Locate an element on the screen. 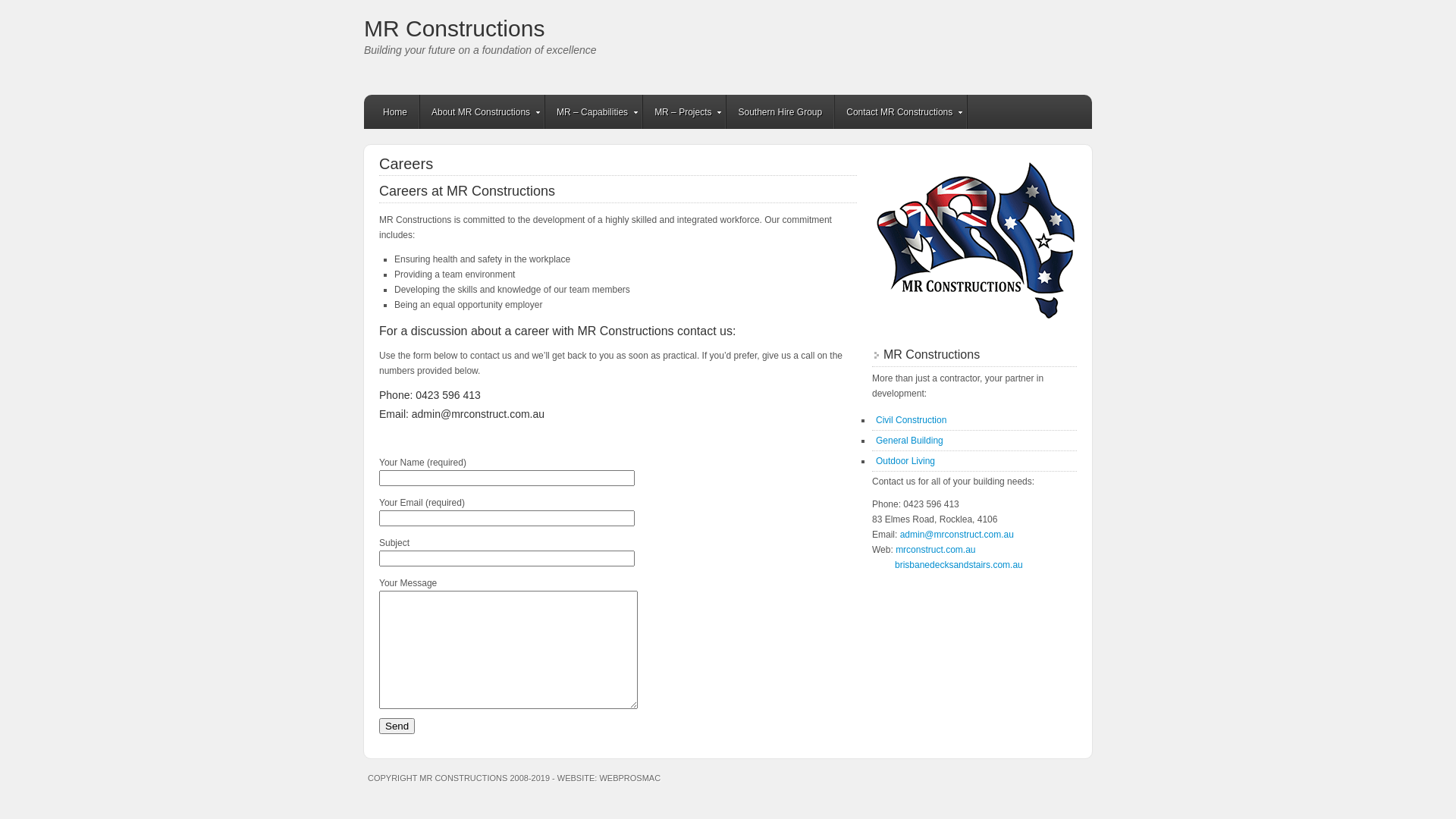 The width and height of the screenshot is (1456, 819). 'brisbanedecksandstairs.com.au' is located at coordinates (958, 564).